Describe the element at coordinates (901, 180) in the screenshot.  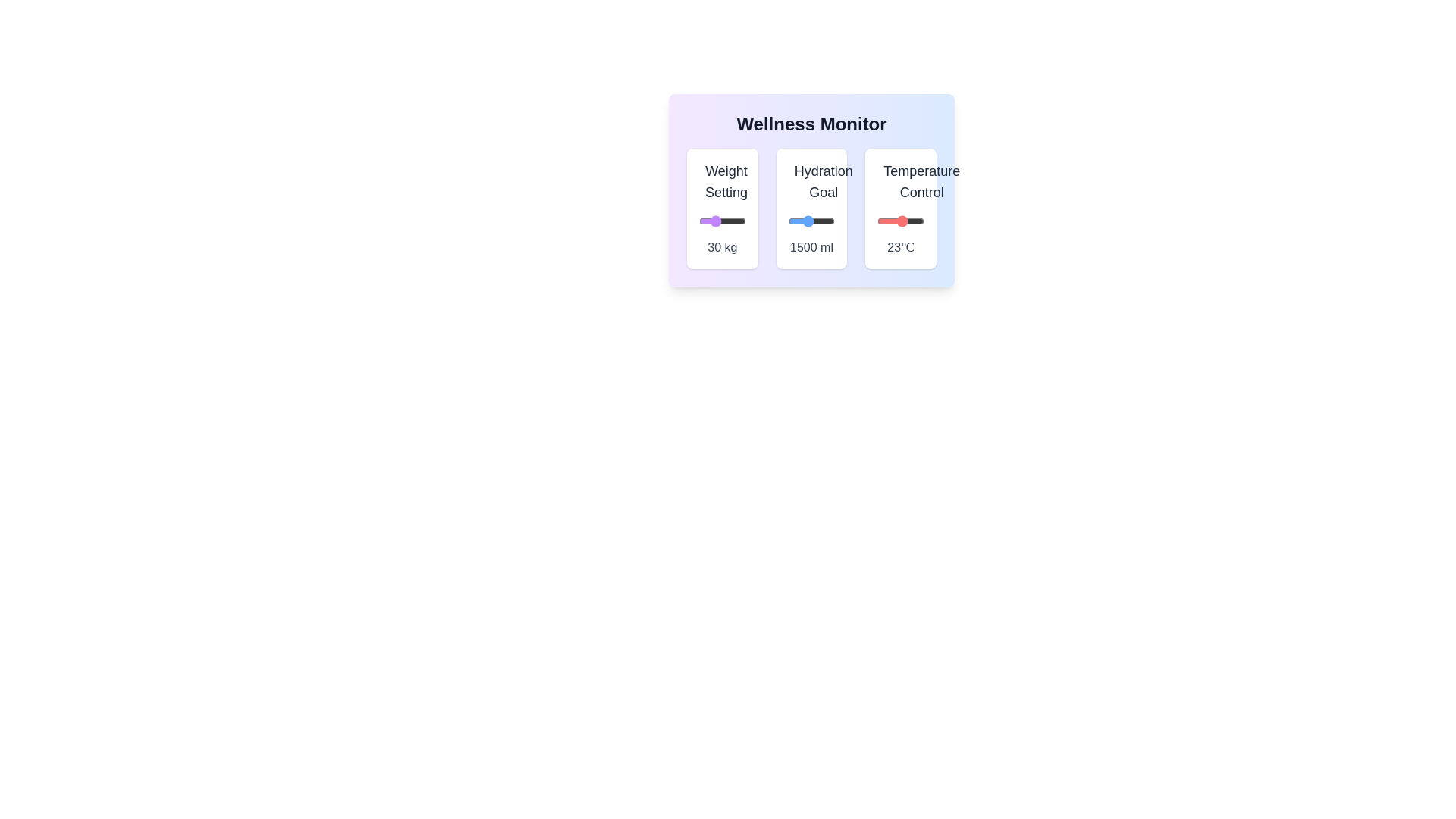
I see `the Text Label that describes the purpose of the temperature control interface, positioned below a thermometer icon and above a slider and temperature indicator ('23℃')` at that location.